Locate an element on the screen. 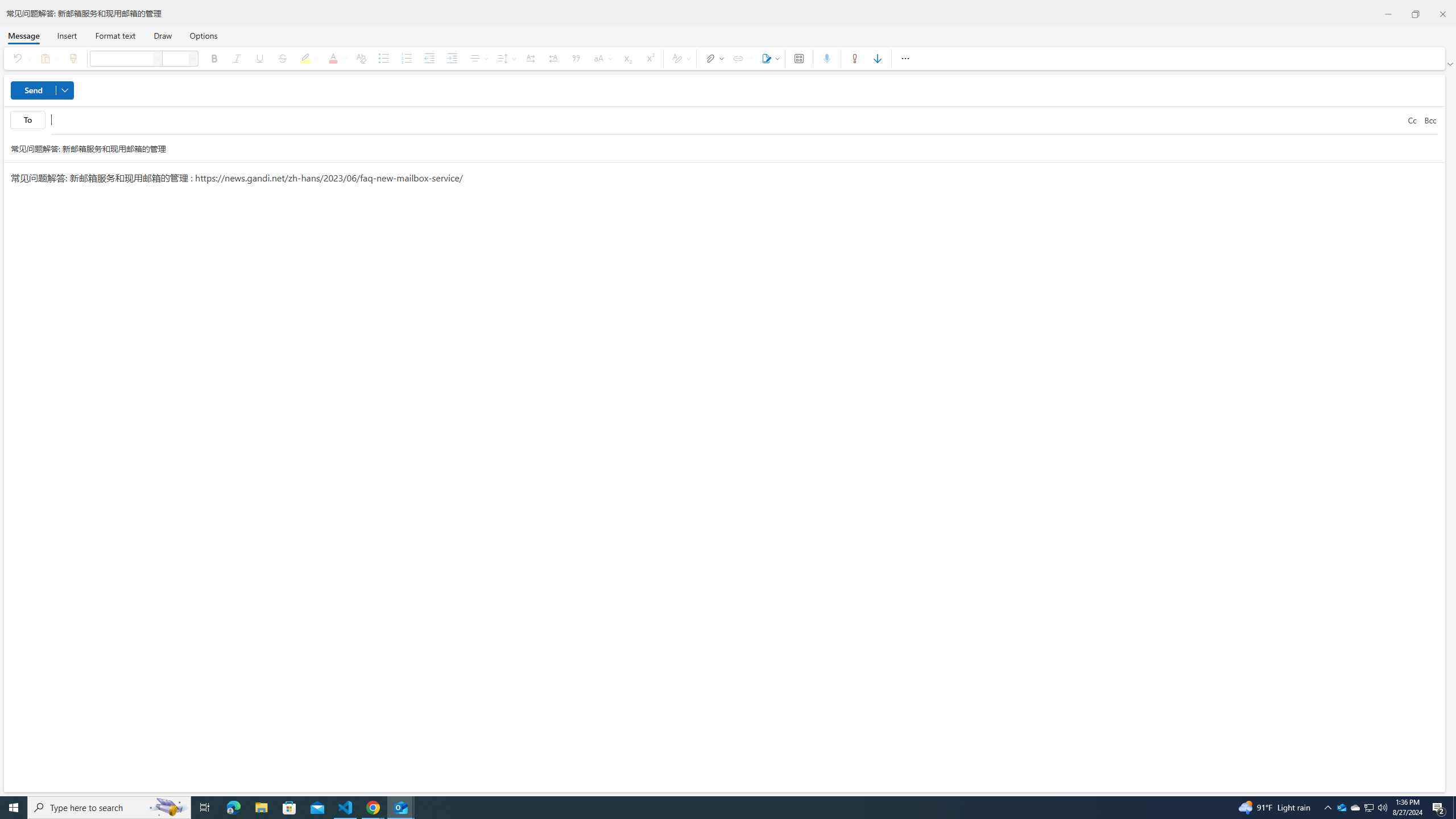  'Clear formatting' is located at coordinates (360, 58).